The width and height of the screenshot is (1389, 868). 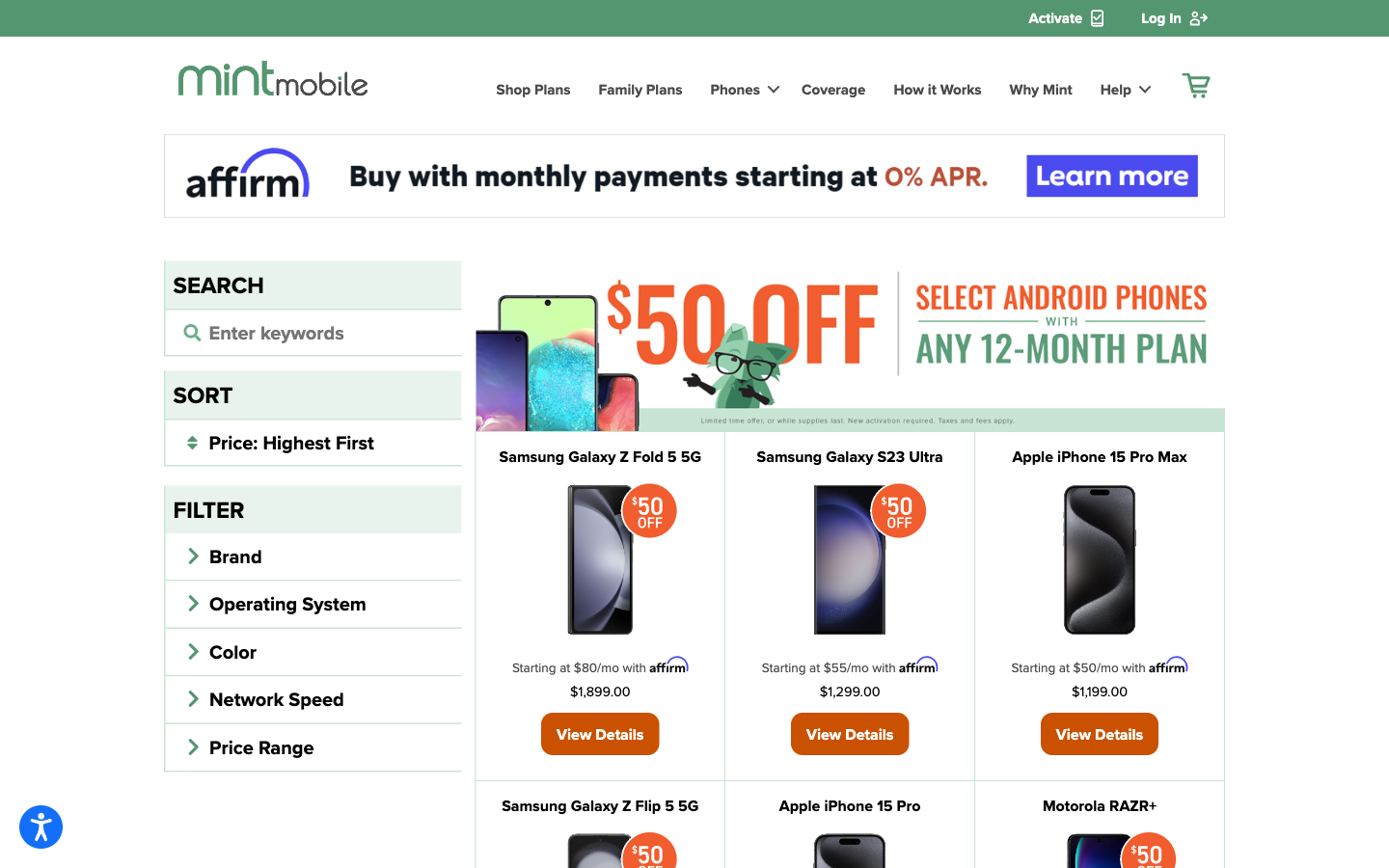 What do you see at coordinates (1099, 731) in the screenshot?
I see `Review the specifications of Apple iPhone 15 Pro Max` at bounding box center [1099, 731].